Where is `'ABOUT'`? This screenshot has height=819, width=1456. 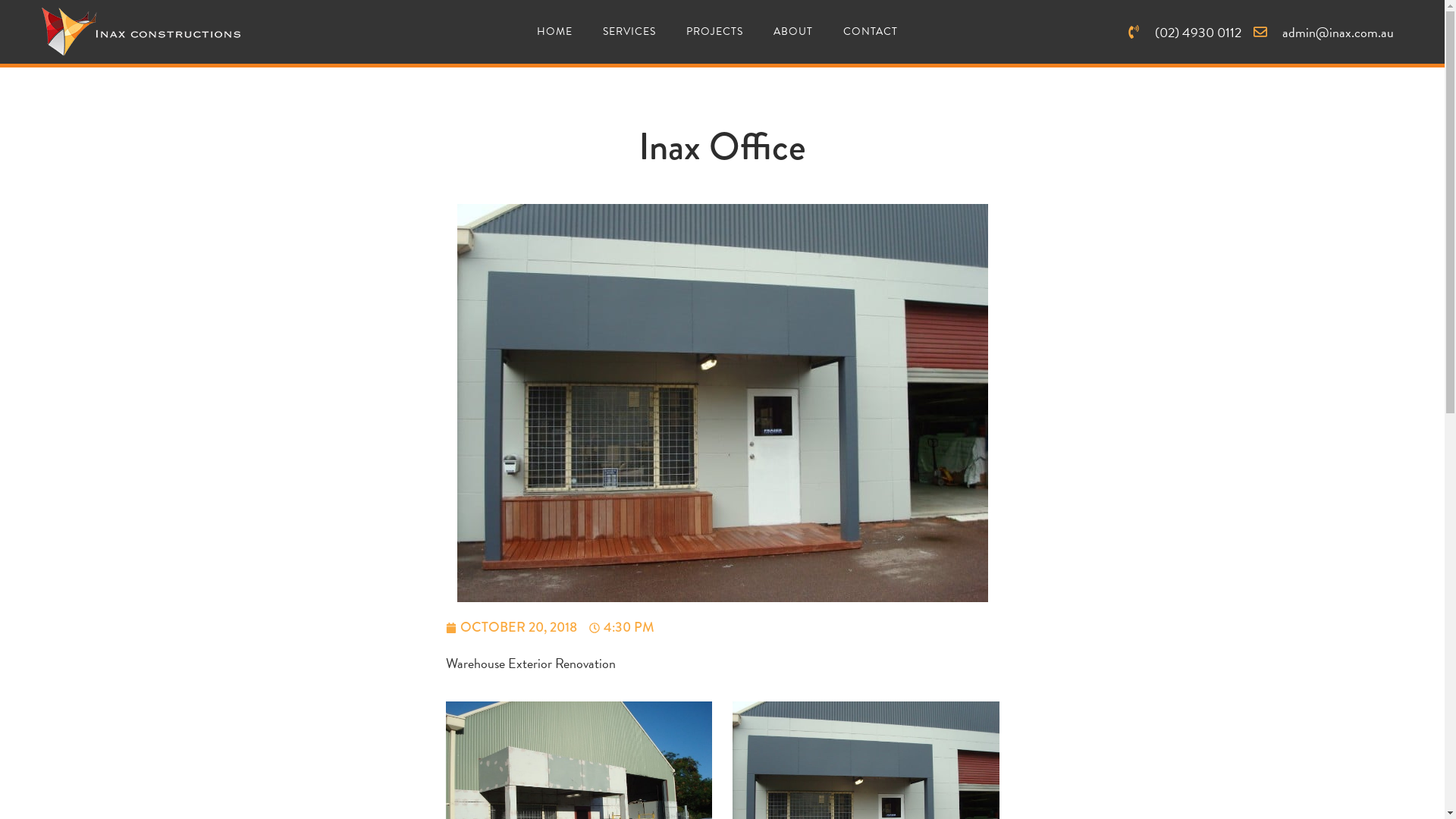
'ABOUT' is located at coordinates (792, 32).